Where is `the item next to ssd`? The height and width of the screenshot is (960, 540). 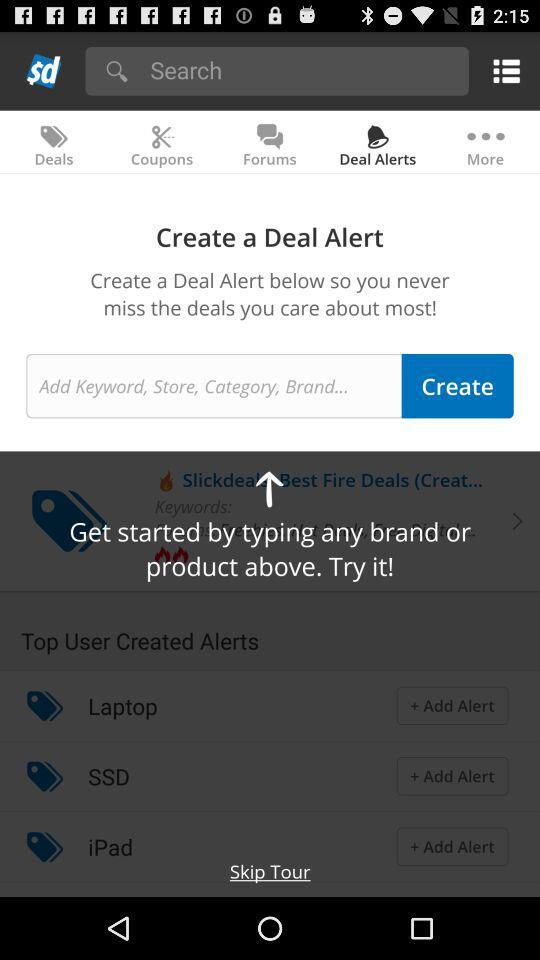 the item next to ssd is located at coordinates (44, 775).